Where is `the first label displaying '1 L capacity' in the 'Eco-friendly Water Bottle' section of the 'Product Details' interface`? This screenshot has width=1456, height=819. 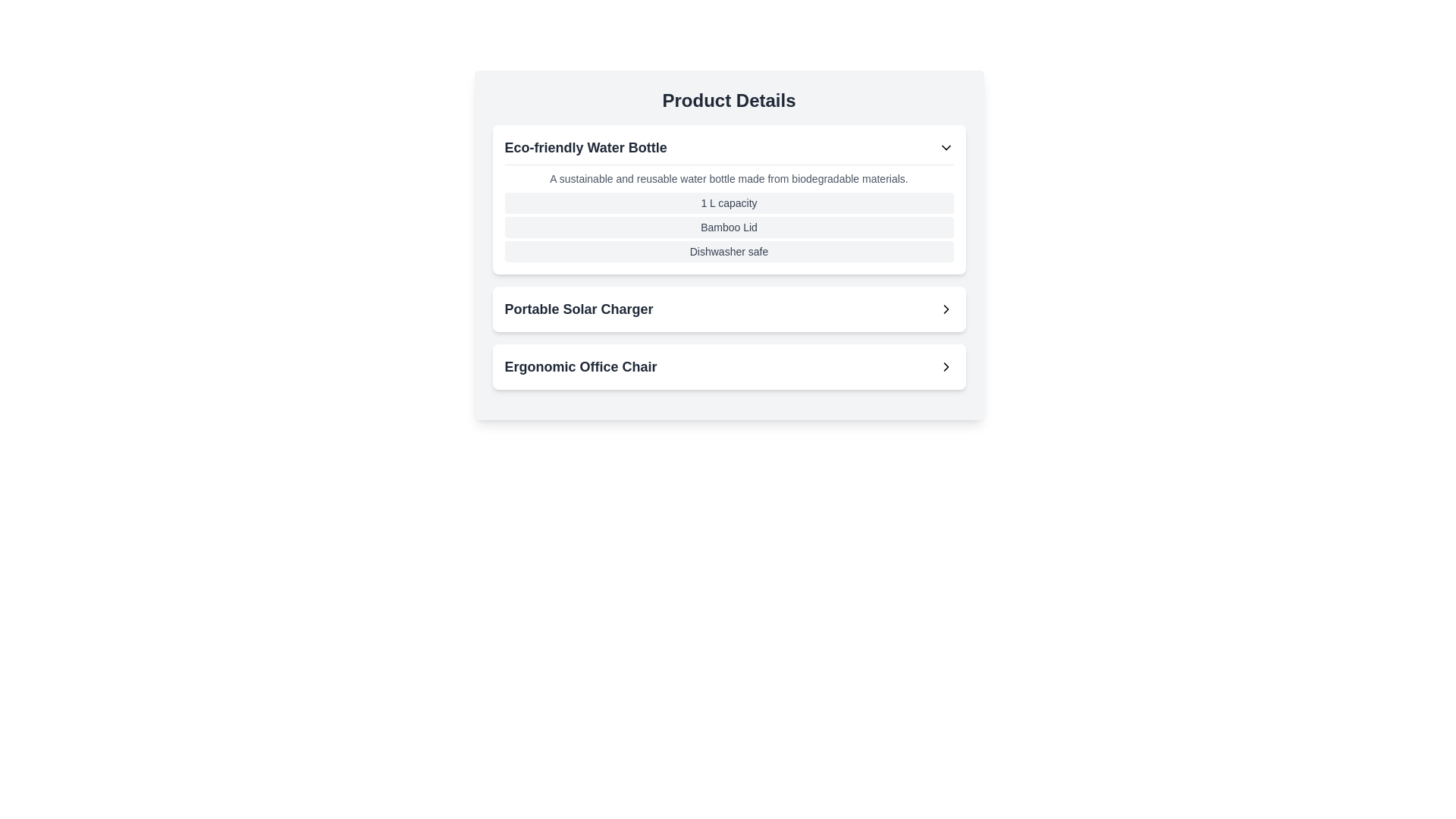
the first label displaying '1 L capacity' in the 'Eco-friendly Water Bottle' section of the 'Product Details' interface is located at coordinates (729, 202).